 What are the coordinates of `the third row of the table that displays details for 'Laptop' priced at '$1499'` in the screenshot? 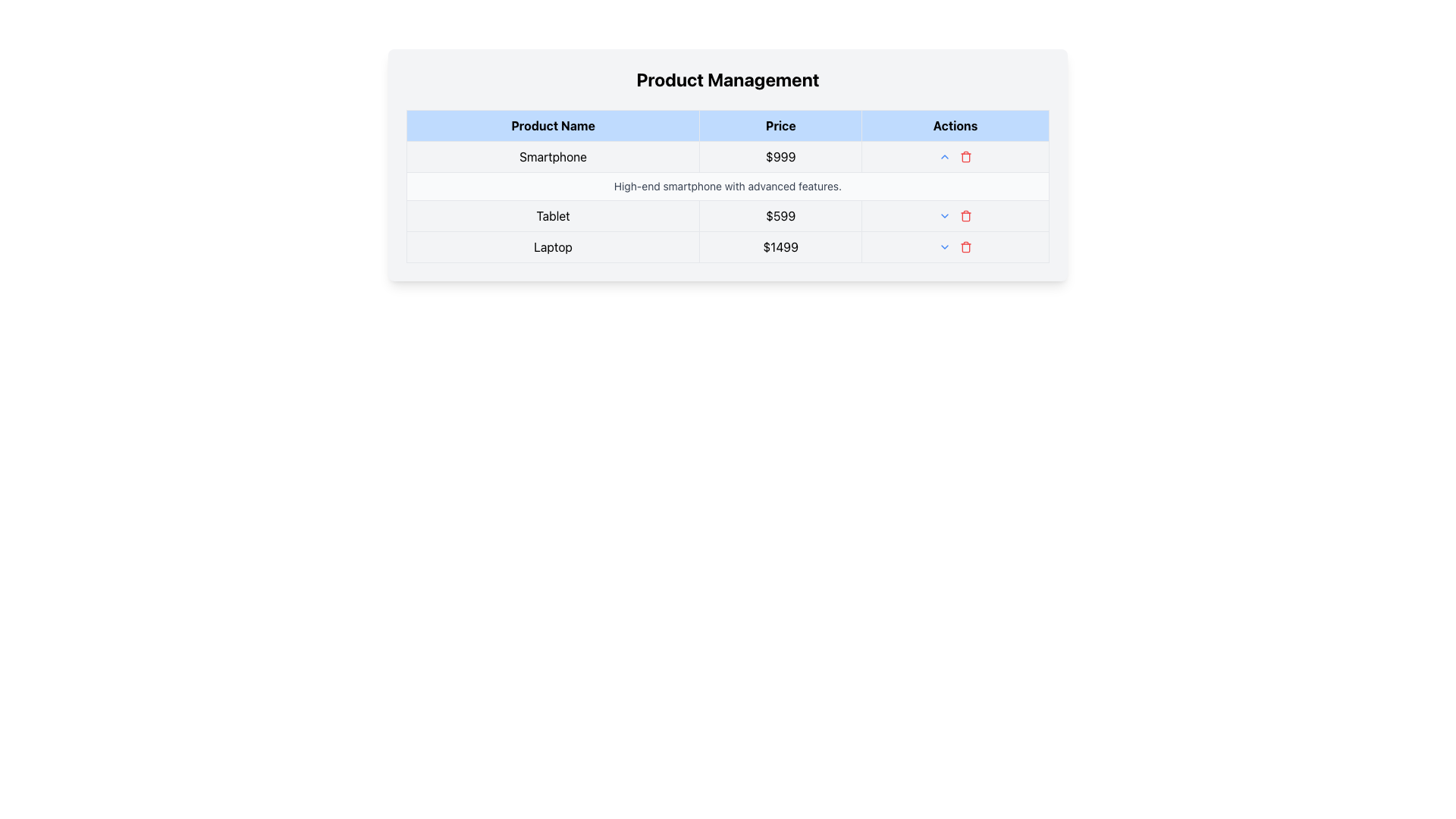 It's located at (728, 246).